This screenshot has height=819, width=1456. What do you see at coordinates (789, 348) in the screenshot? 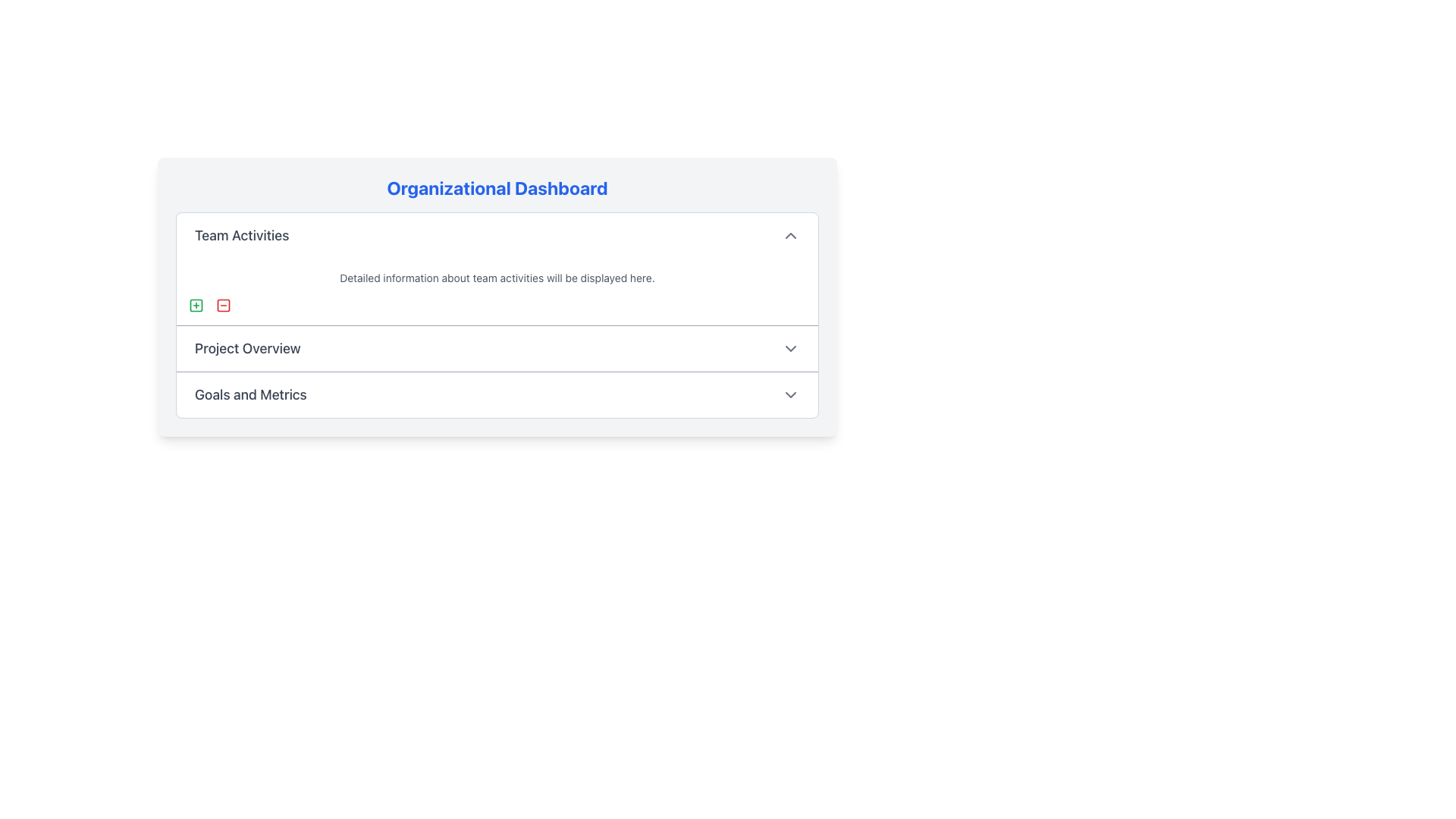
I see `the gray downward-pointing chevron icon located to the far right of the 'Project Overview' section` at bounding box center [789, 348].